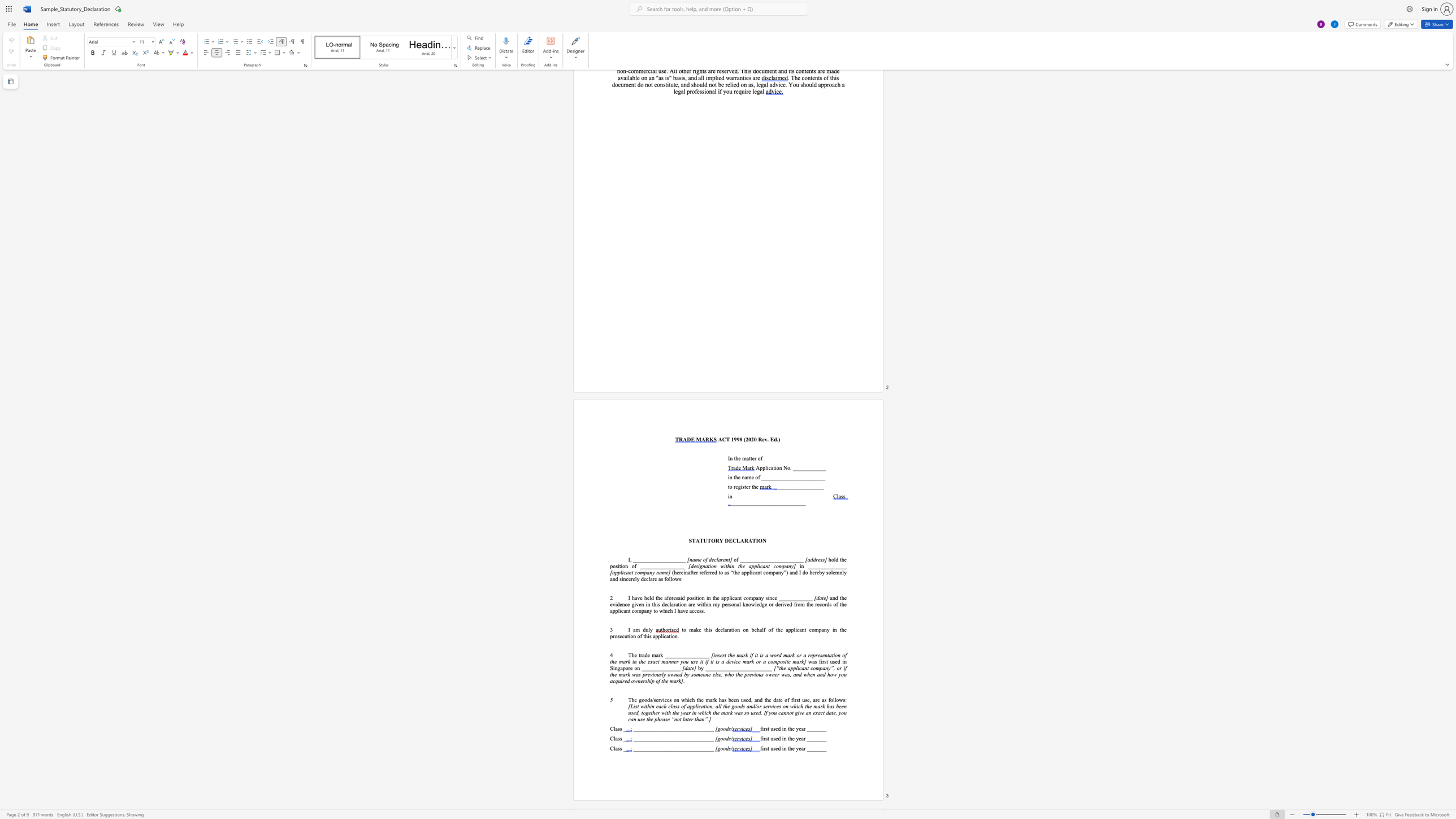 The height and width of the screenshot is (819, 1456). I want to click on the subset text "__" within the text "by ________________________", so click(765, 668).